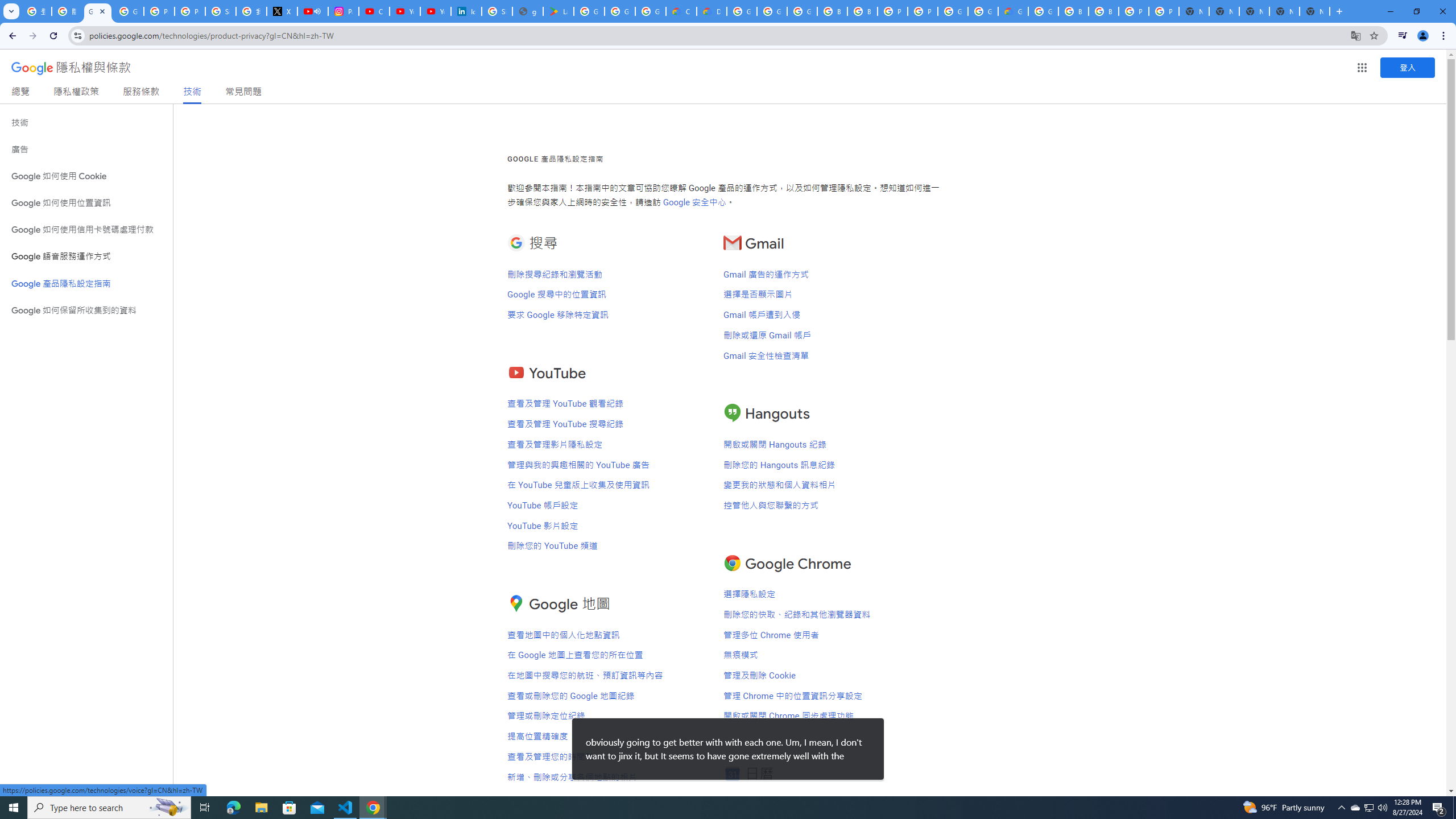 Image resolution: width=1456 pixels, height=819 pixels. I want to click on 'Translate this page', so click(1356, 35).